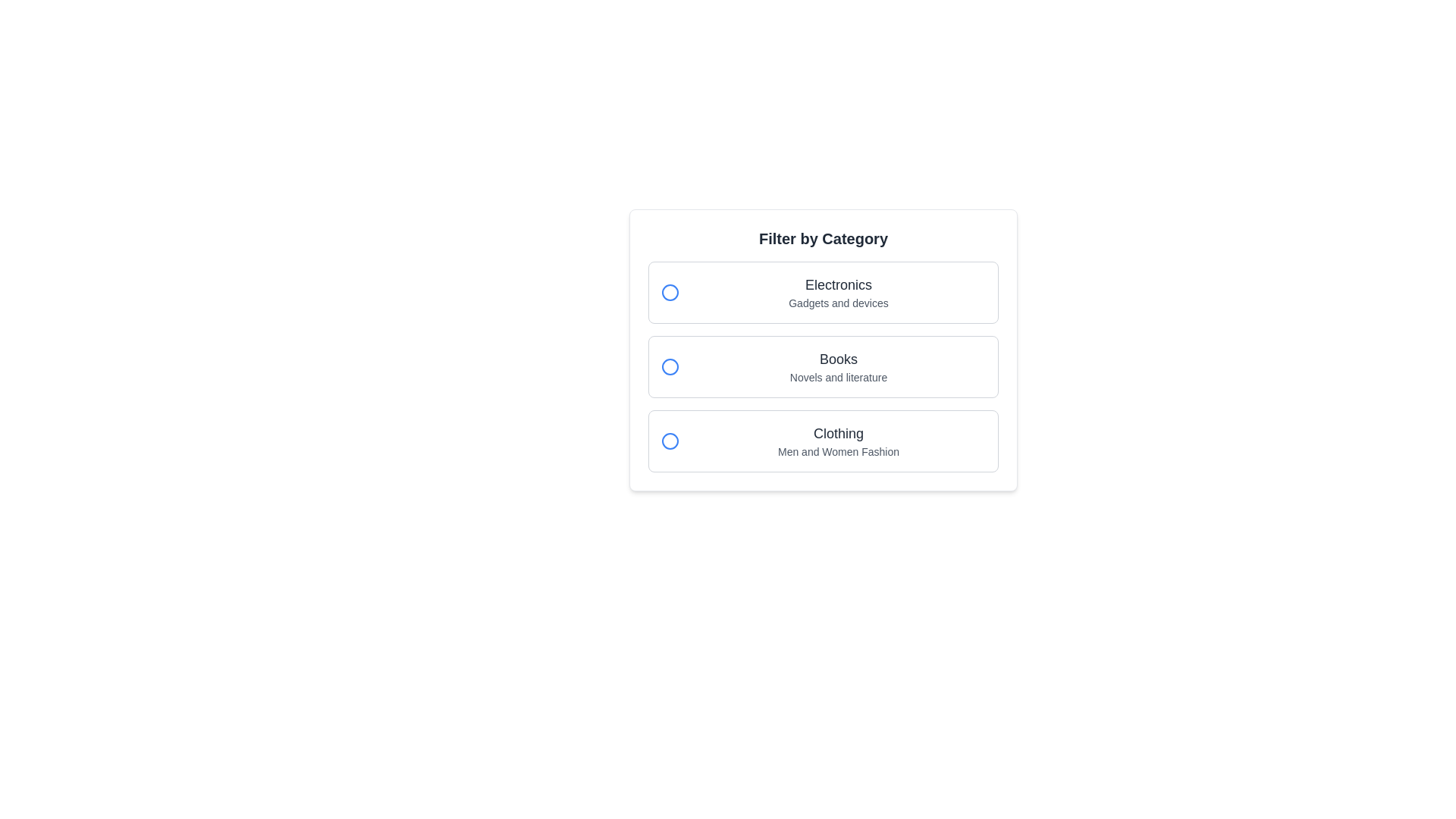 Image resolution: width=1456 pixels, height=819 pixels. I want to click on the 'Electronics' label, which is a prominent, medium-large bold text in dark gray, located at the top of the selectable category options, so click(837, 284).